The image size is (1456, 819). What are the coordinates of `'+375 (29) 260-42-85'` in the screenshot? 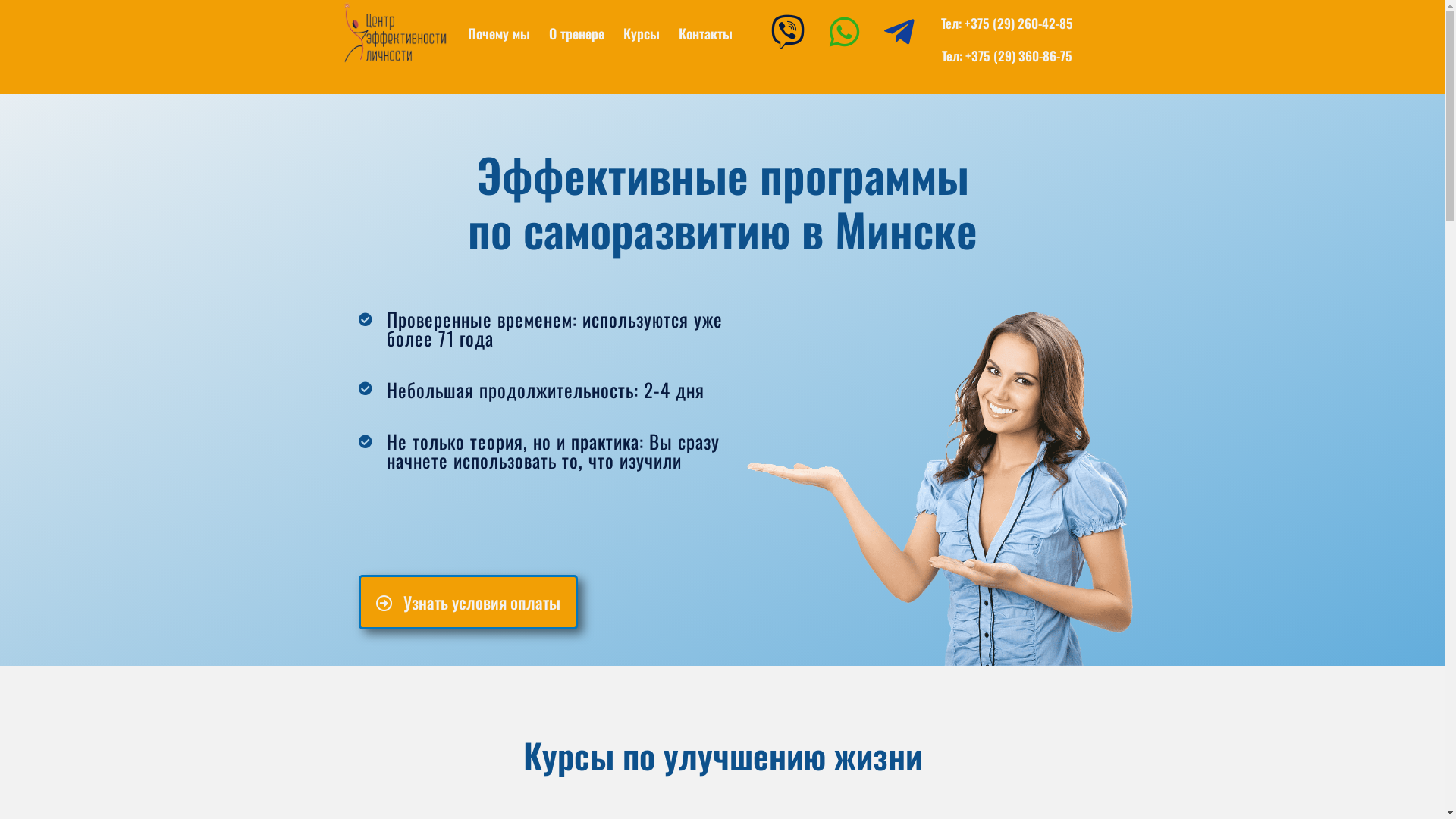 It's located at (1018, 23).